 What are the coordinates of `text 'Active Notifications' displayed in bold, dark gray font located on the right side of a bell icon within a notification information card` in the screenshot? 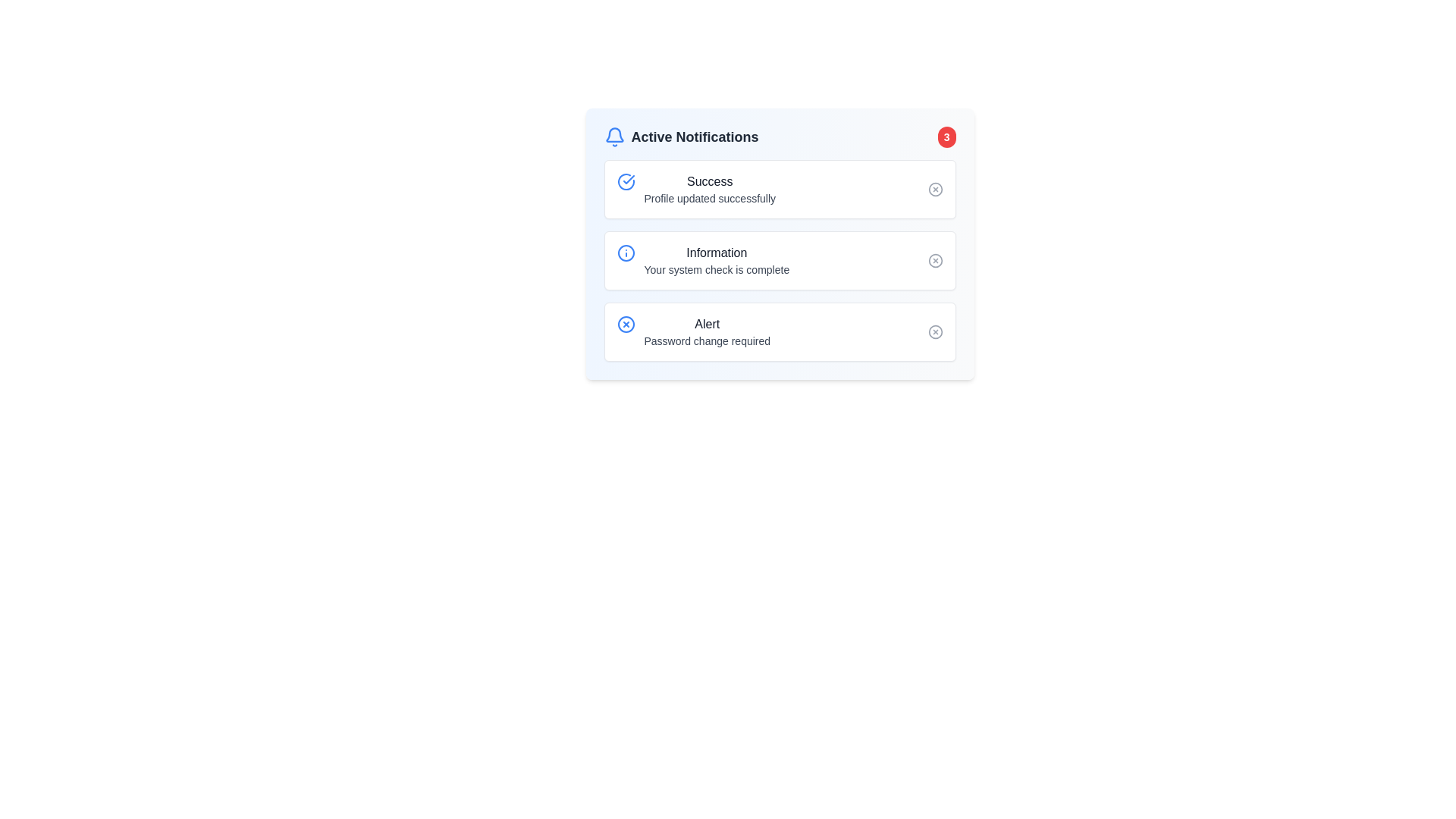 It's located at (694, 137).